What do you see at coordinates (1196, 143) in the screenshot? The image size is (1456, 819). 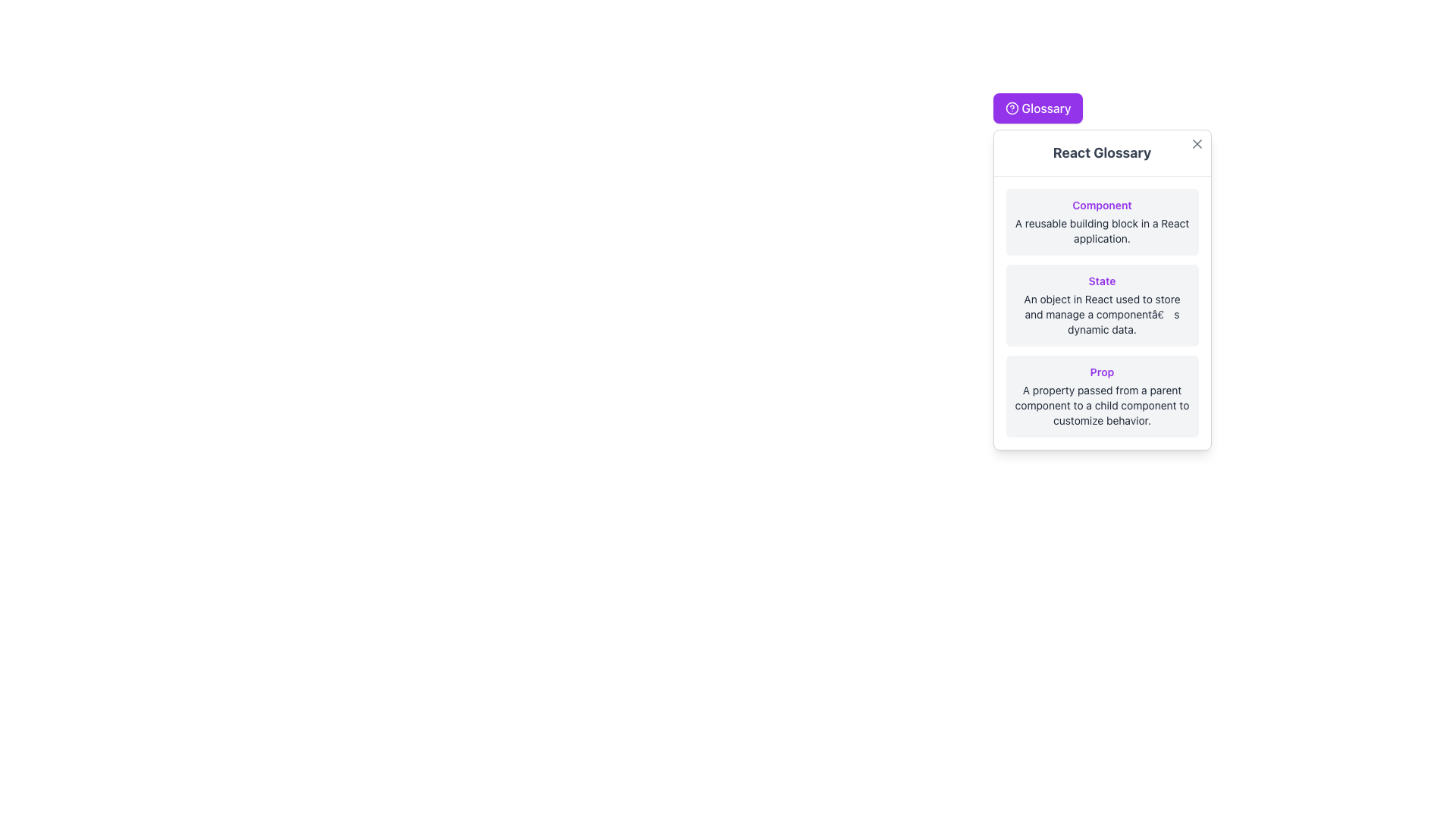 I see `the close icon styled as an 'X' located in the top-right corner of the 'React Glossary' panel to dismiss it` at bounding box center [1196, 143].